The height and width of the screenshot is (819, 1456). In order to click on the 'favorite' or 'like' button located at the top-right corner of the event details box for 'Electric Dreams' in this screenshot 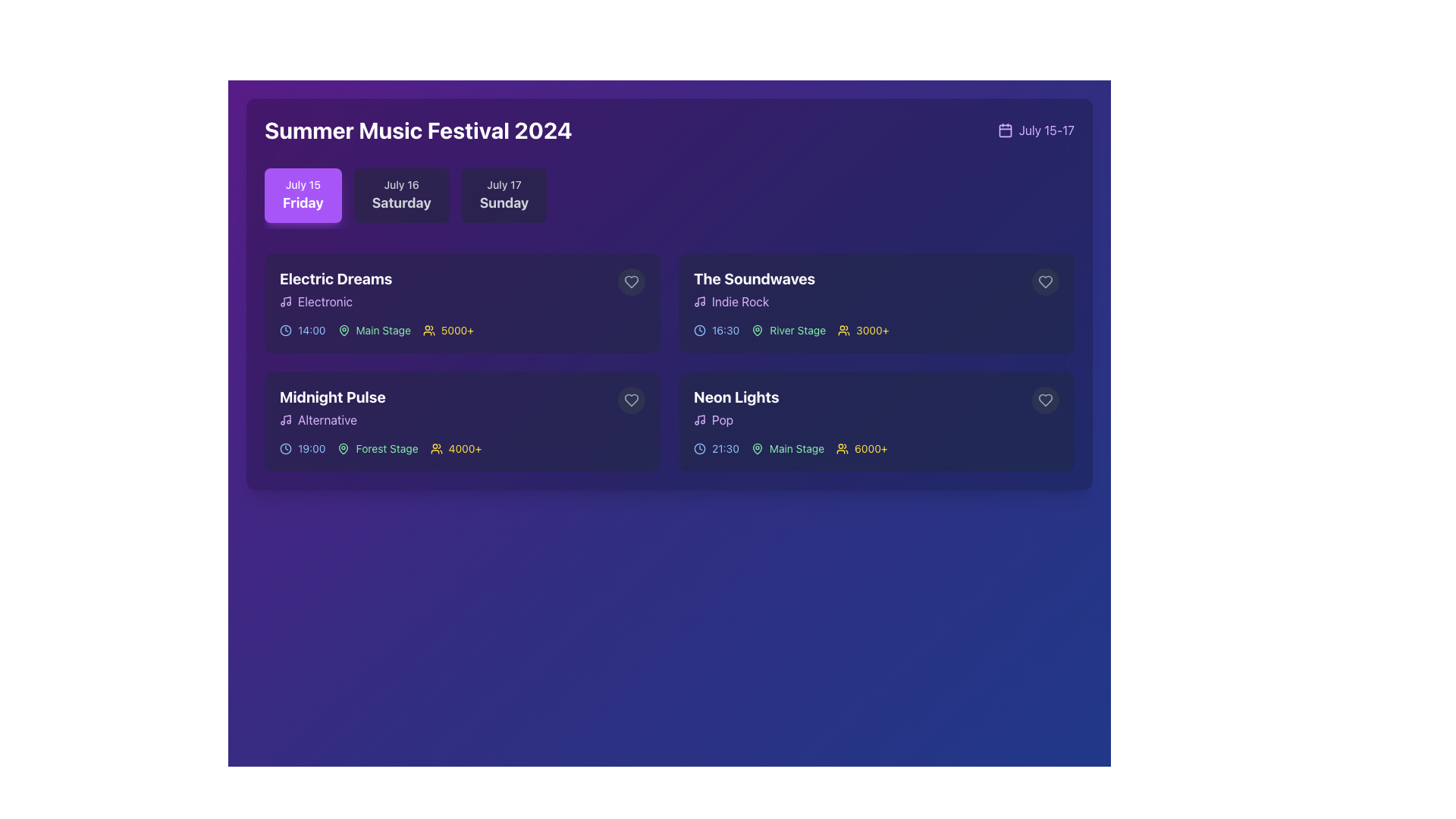, I will do `click(632, 281)`.